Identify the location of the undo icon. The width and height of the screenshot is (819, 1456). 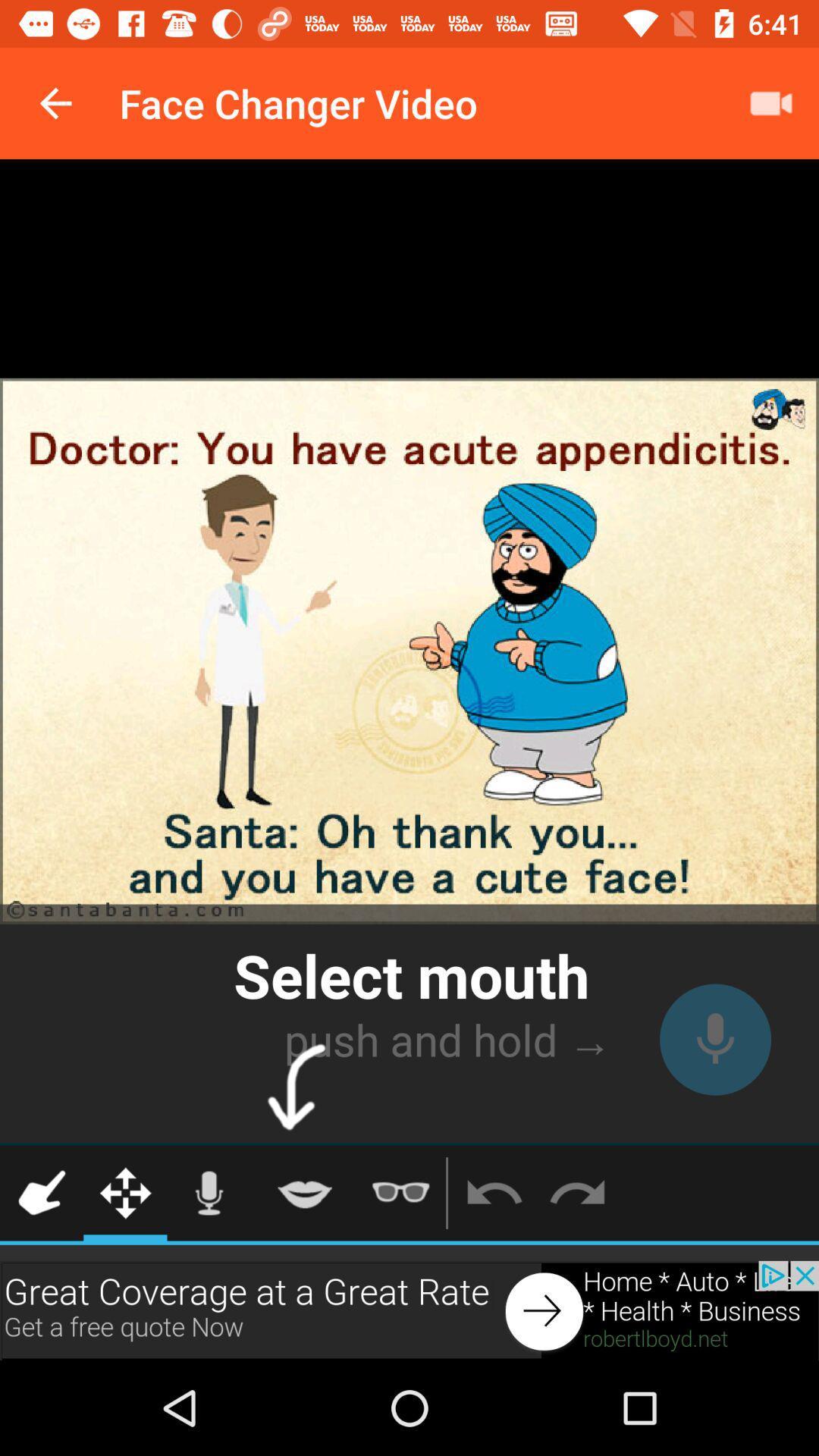
(494, 1192).